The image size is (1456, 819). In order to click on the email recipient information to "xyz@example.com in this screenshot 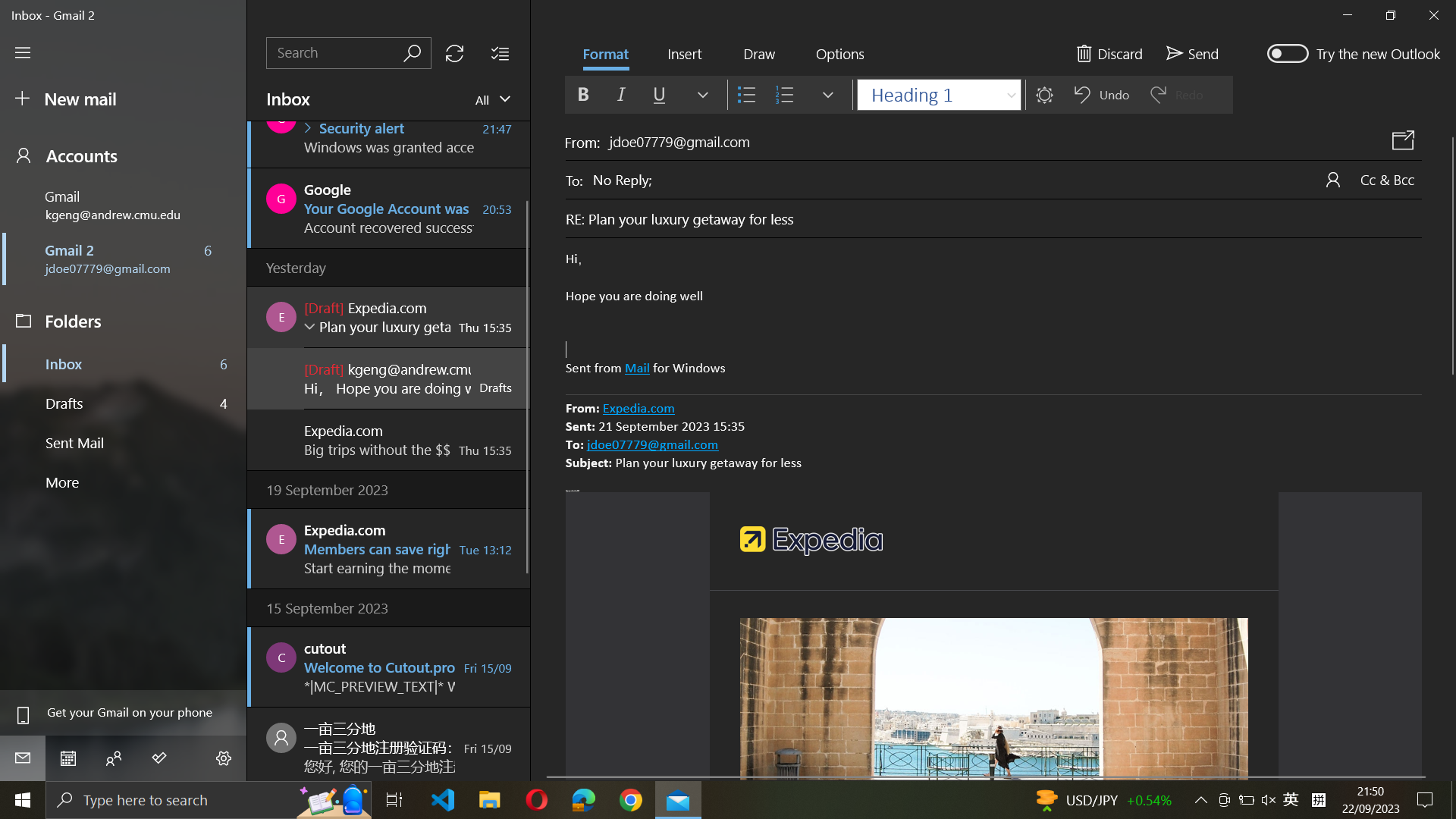, I will do `click(1007, 177)`.